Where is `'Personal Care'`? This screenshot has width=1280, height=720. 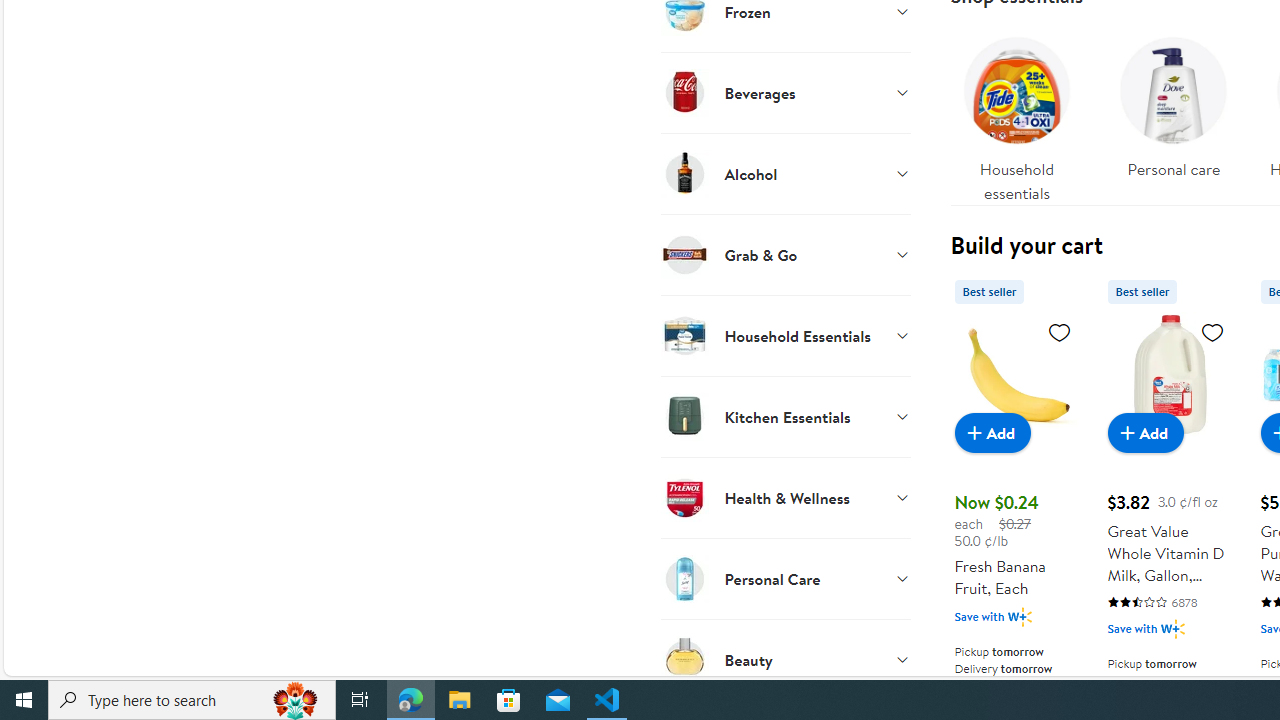 'Personal Care' is located at coordinates (784, 578).